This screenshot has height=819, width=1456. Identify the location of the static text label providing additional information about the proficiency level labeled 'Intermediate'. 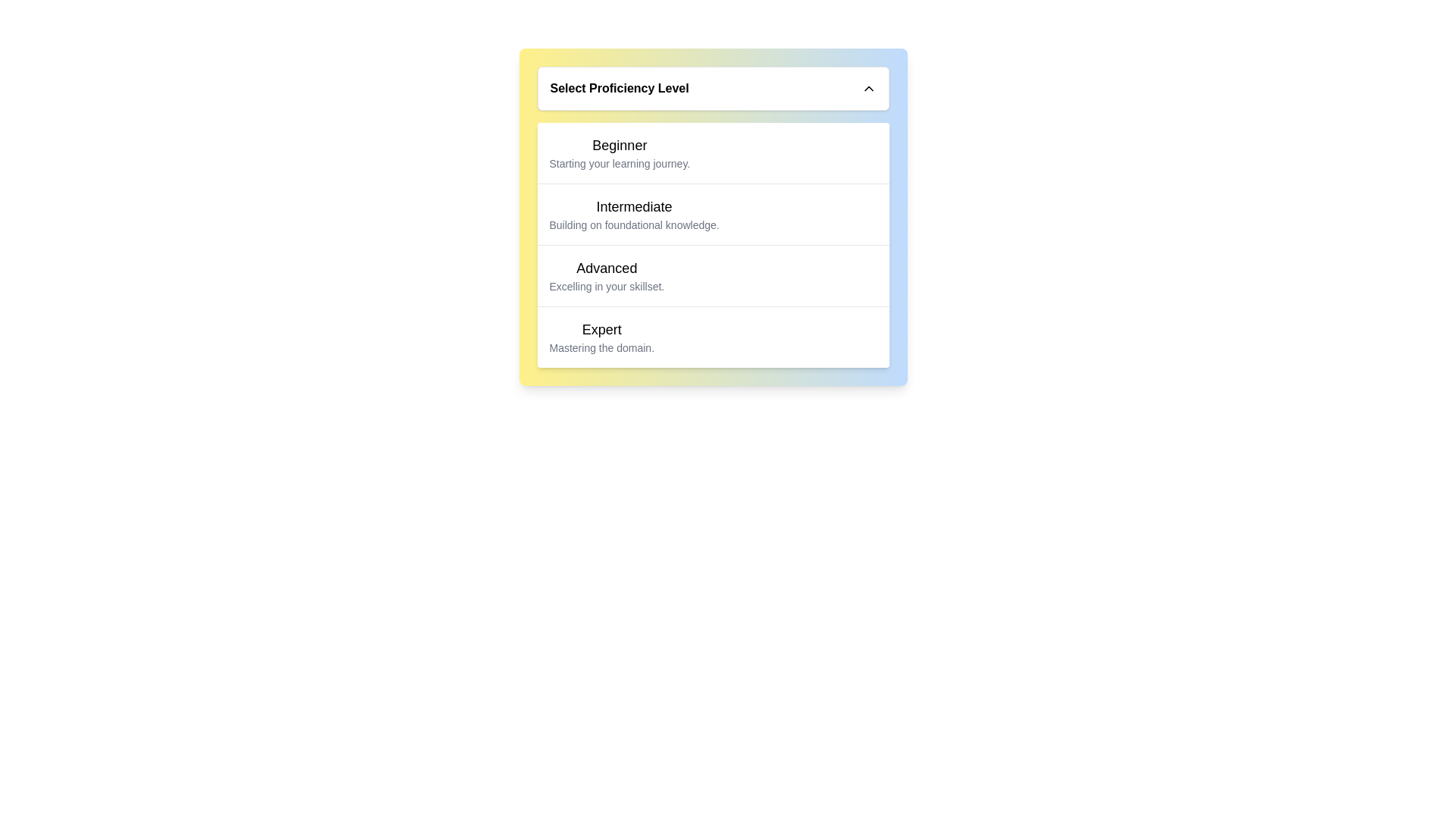
(634, 225).